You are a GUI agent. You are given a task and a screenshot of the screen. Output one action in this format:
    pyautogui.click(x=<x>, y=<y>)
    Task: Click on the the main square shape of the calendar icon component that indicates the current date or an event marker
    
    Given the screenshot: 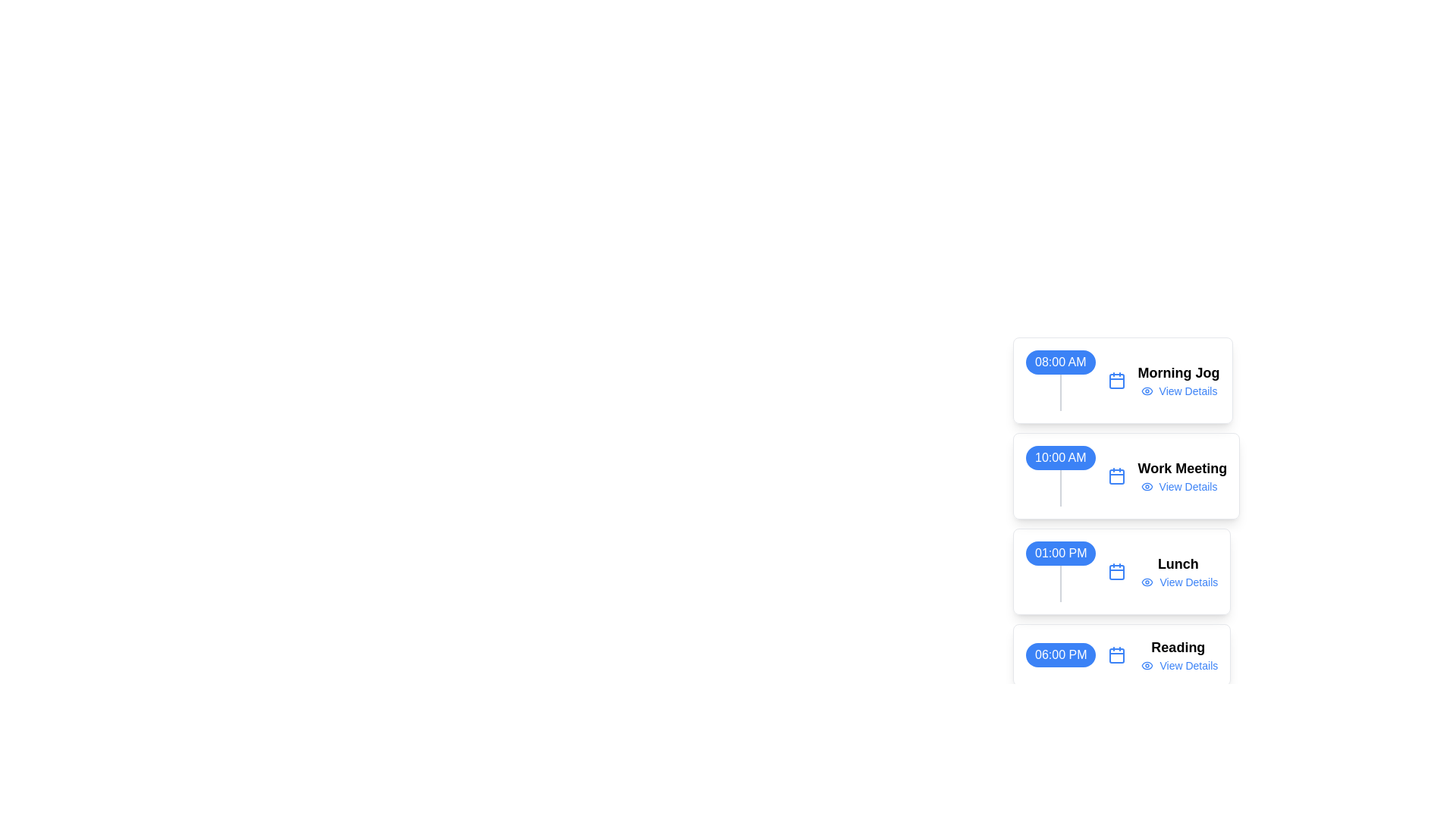 What is the action you would take?
    pyautogui.click(x=1116, y=380)
    